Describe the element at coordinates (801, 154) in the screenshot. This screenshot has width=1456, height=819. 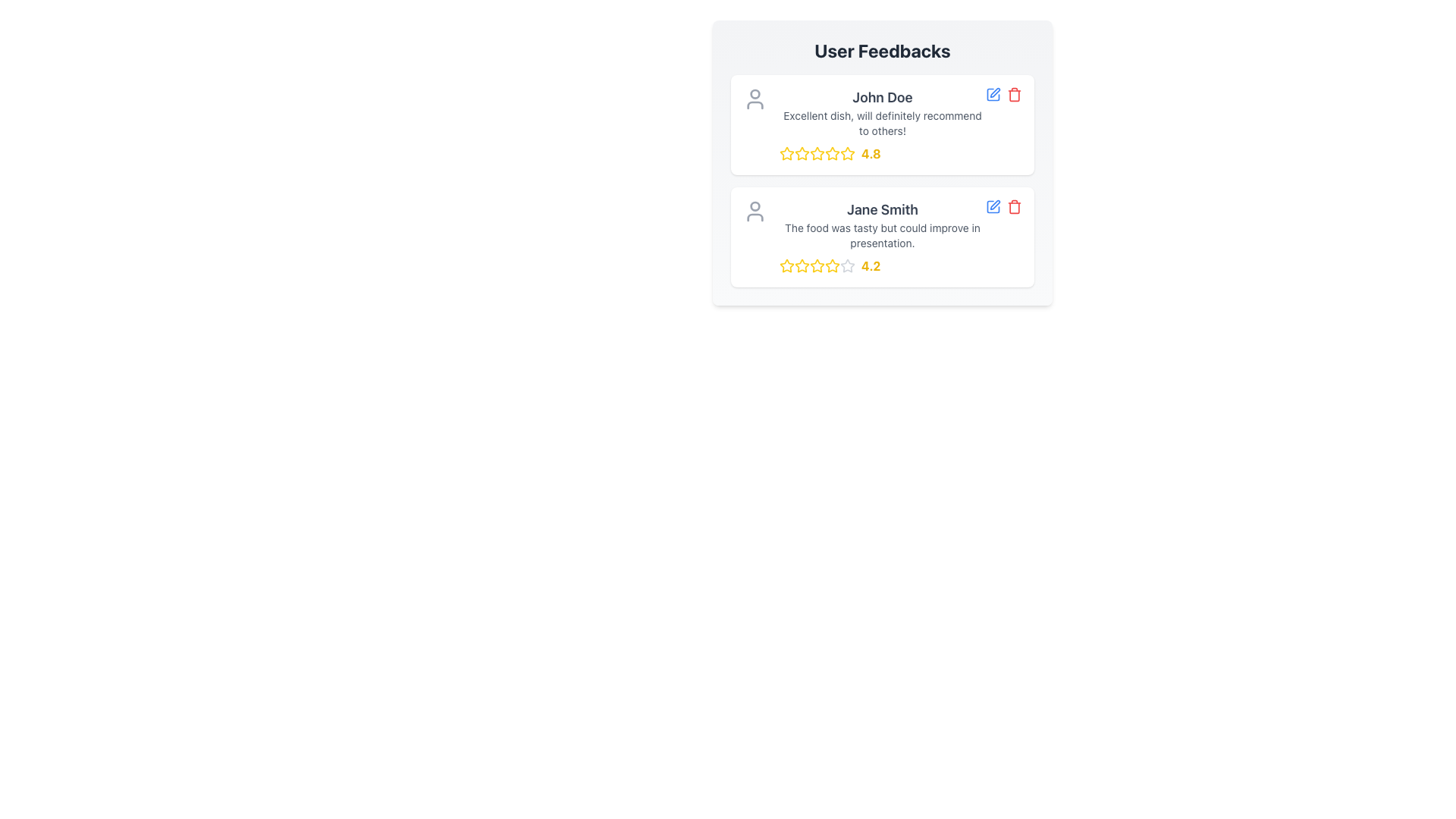
I see `the second star in the rating system within John Doe's feedback section` at that location.